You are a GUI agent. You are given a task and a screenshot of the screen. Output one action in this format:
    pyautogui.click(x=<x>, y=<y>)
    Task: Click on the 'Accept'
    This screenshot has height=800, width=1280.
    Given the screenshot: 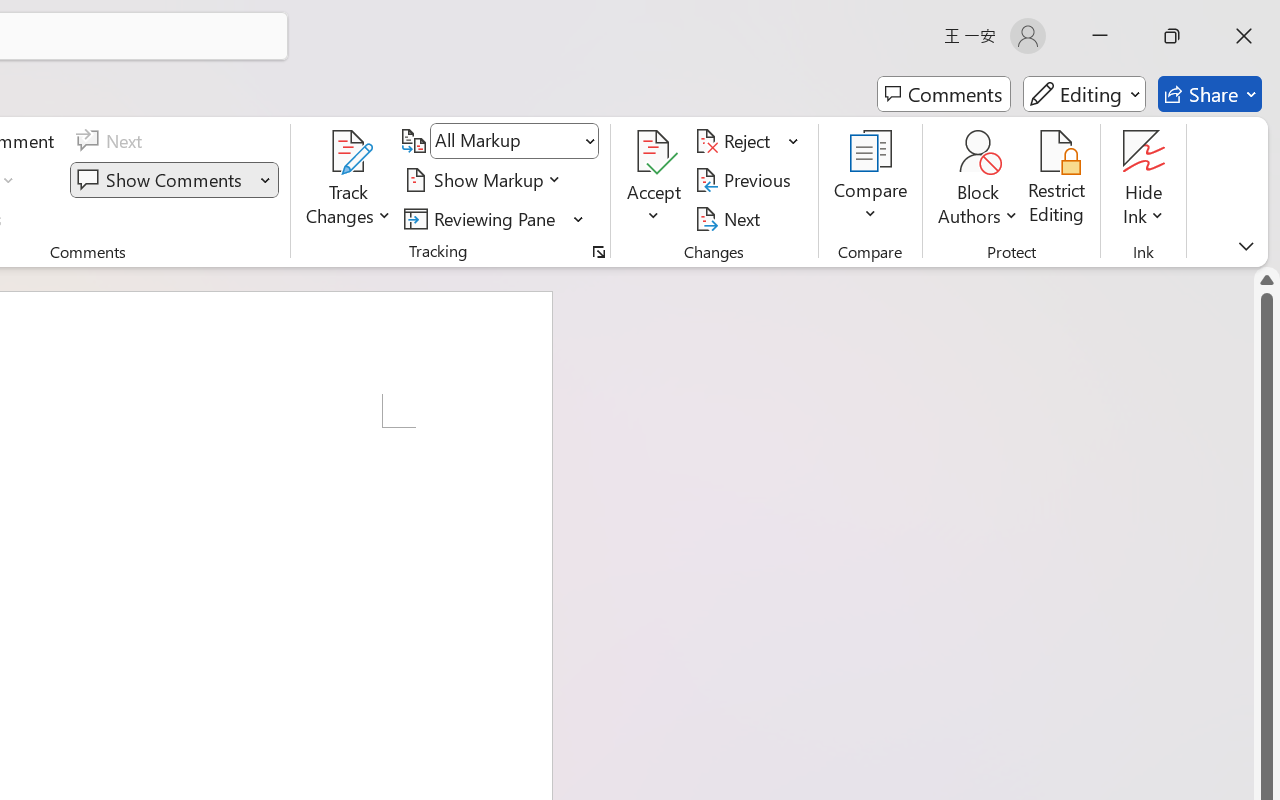 What is the action you would take?
    pyautogui.click(x=654, y=179)
    